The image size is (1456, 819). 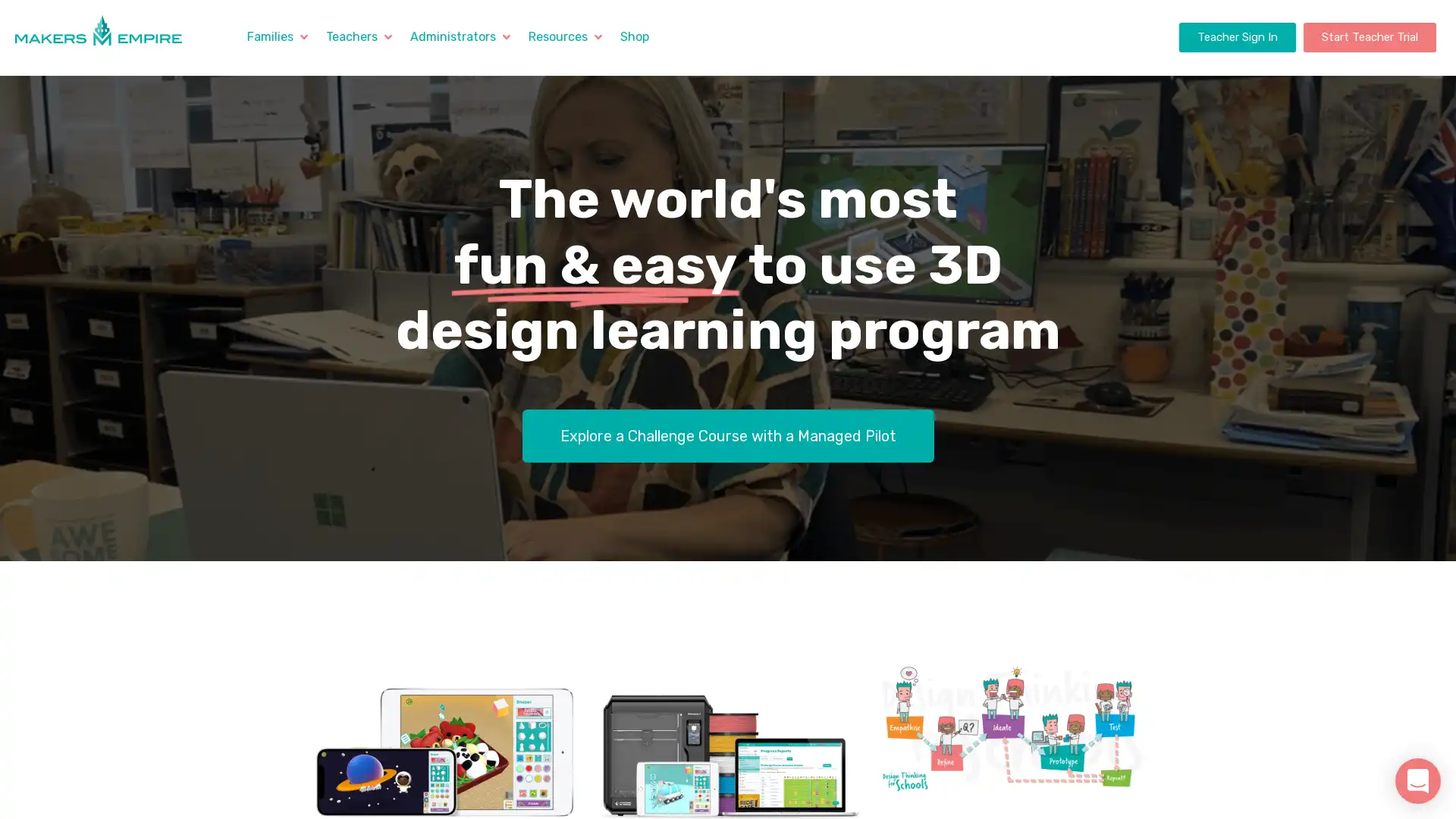 I want to click on Open Intercom Messenger, so click(x=1417, y=780).